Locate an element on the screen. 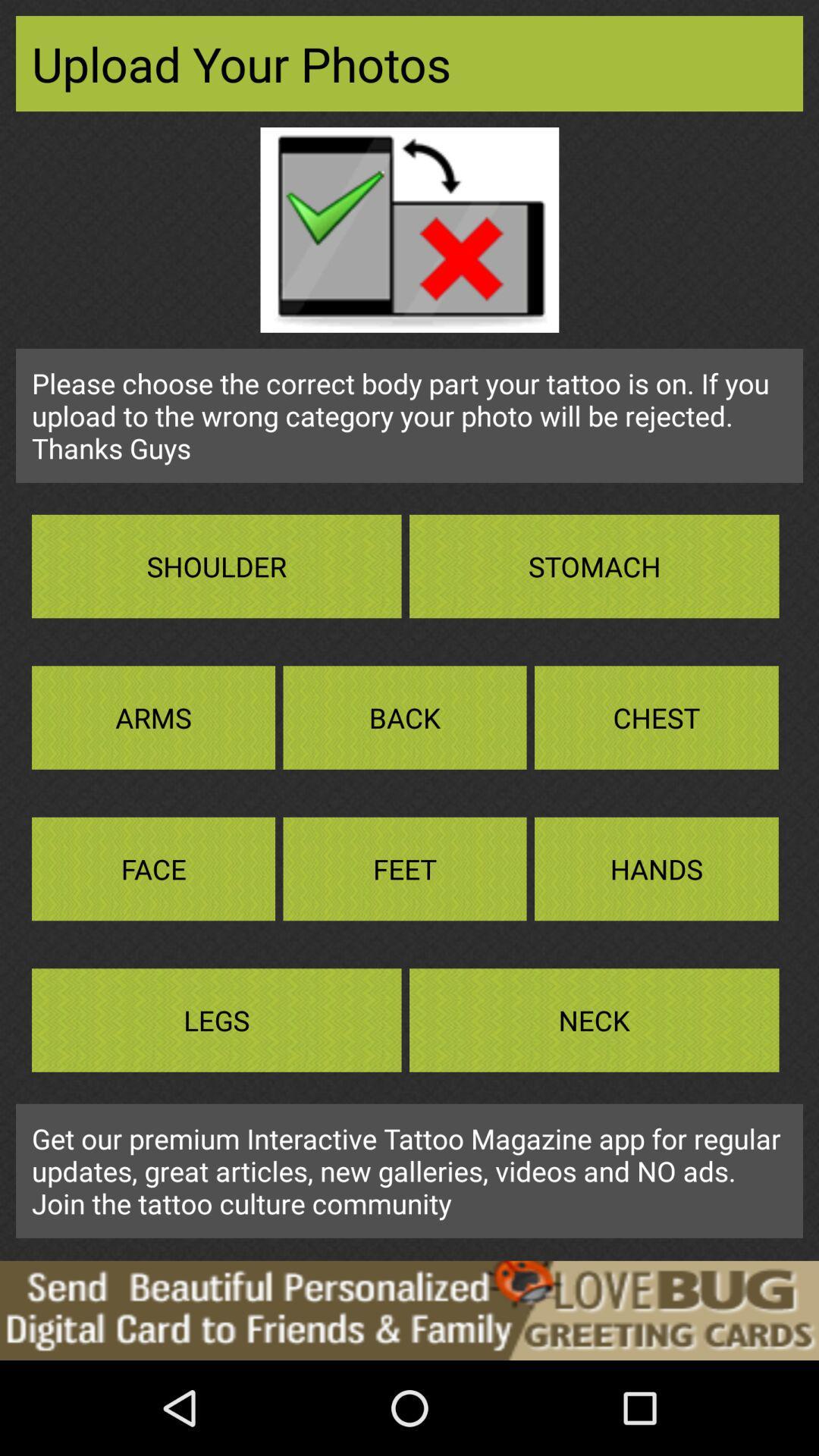  the box that reads the text stomach is located at coordinates (593, 566).